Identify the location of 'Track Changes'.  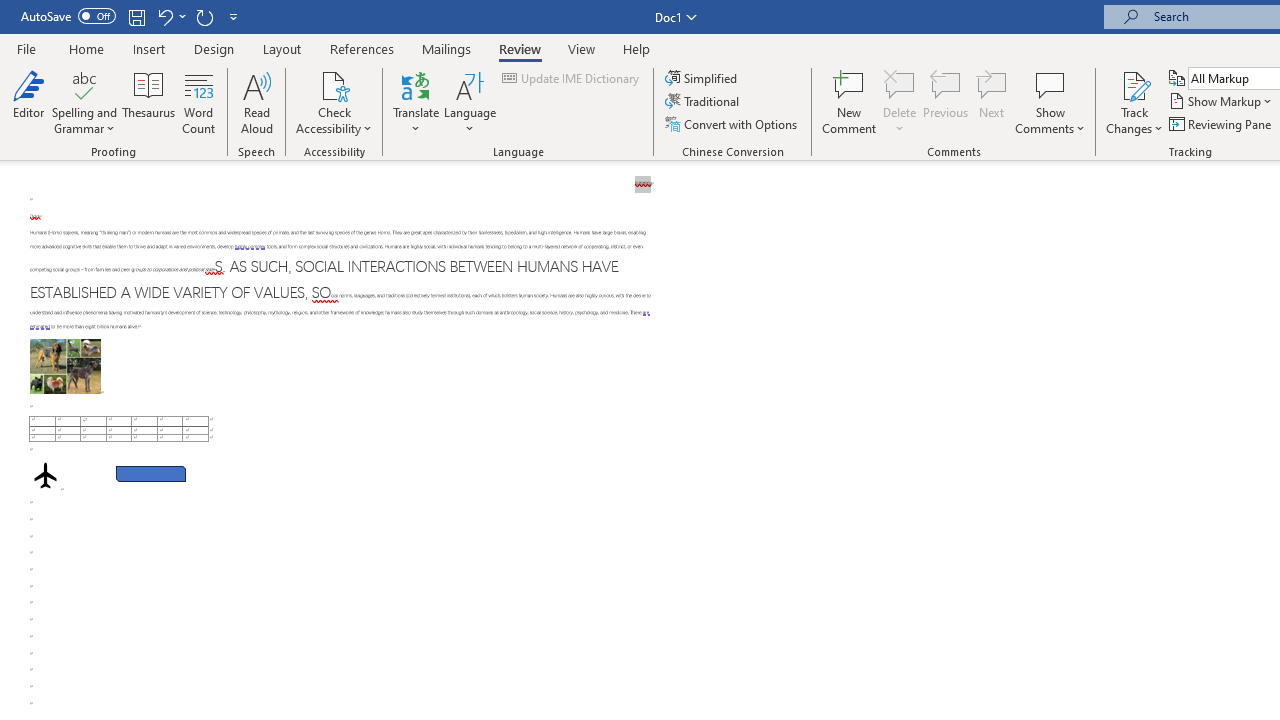
(1134, 84).